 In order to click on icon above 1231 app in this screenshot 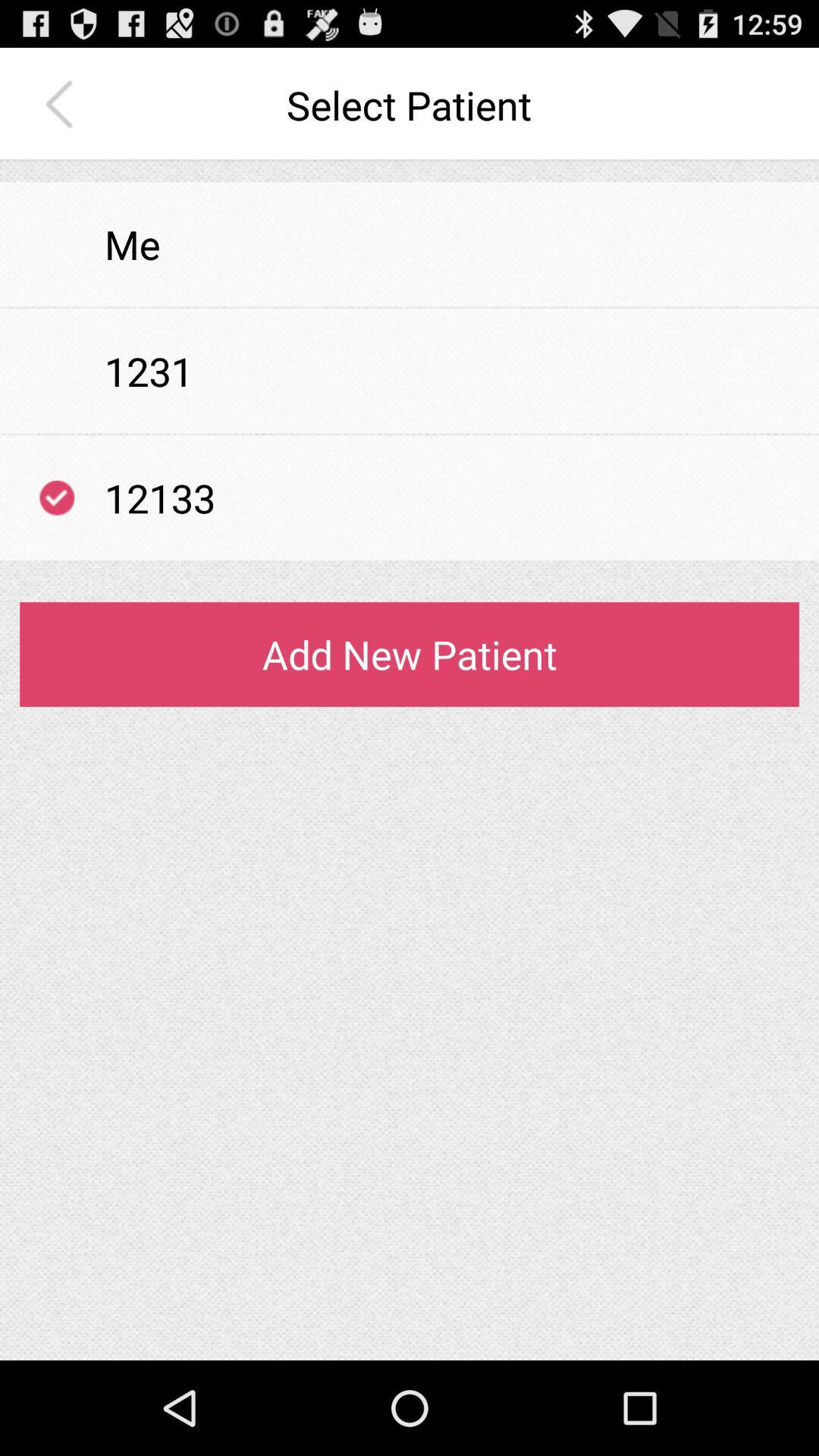, I will do `click(409, 306)`.